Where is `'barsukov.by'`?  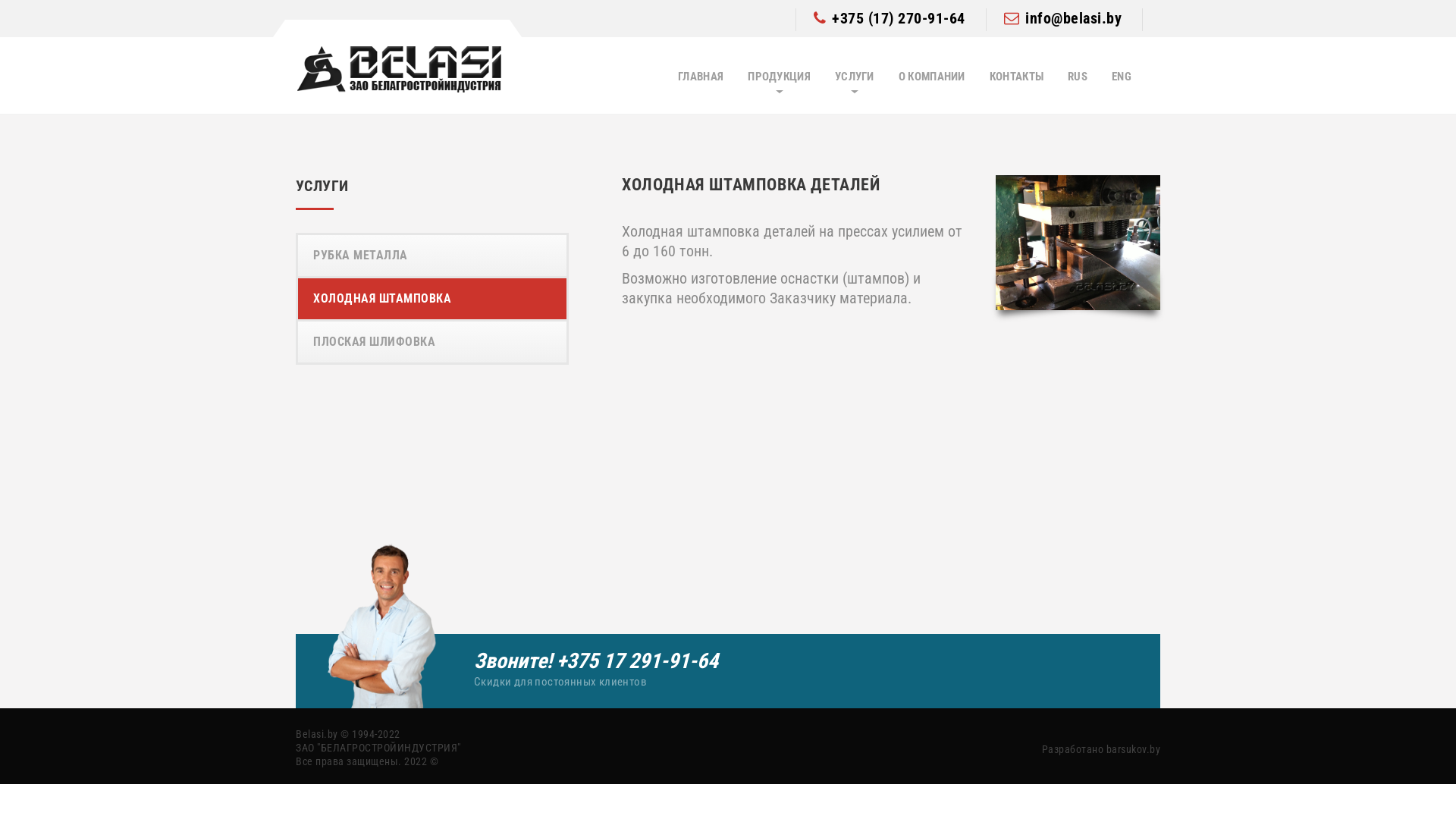
'barsukov.by' is located at coordinates (1132, 748).